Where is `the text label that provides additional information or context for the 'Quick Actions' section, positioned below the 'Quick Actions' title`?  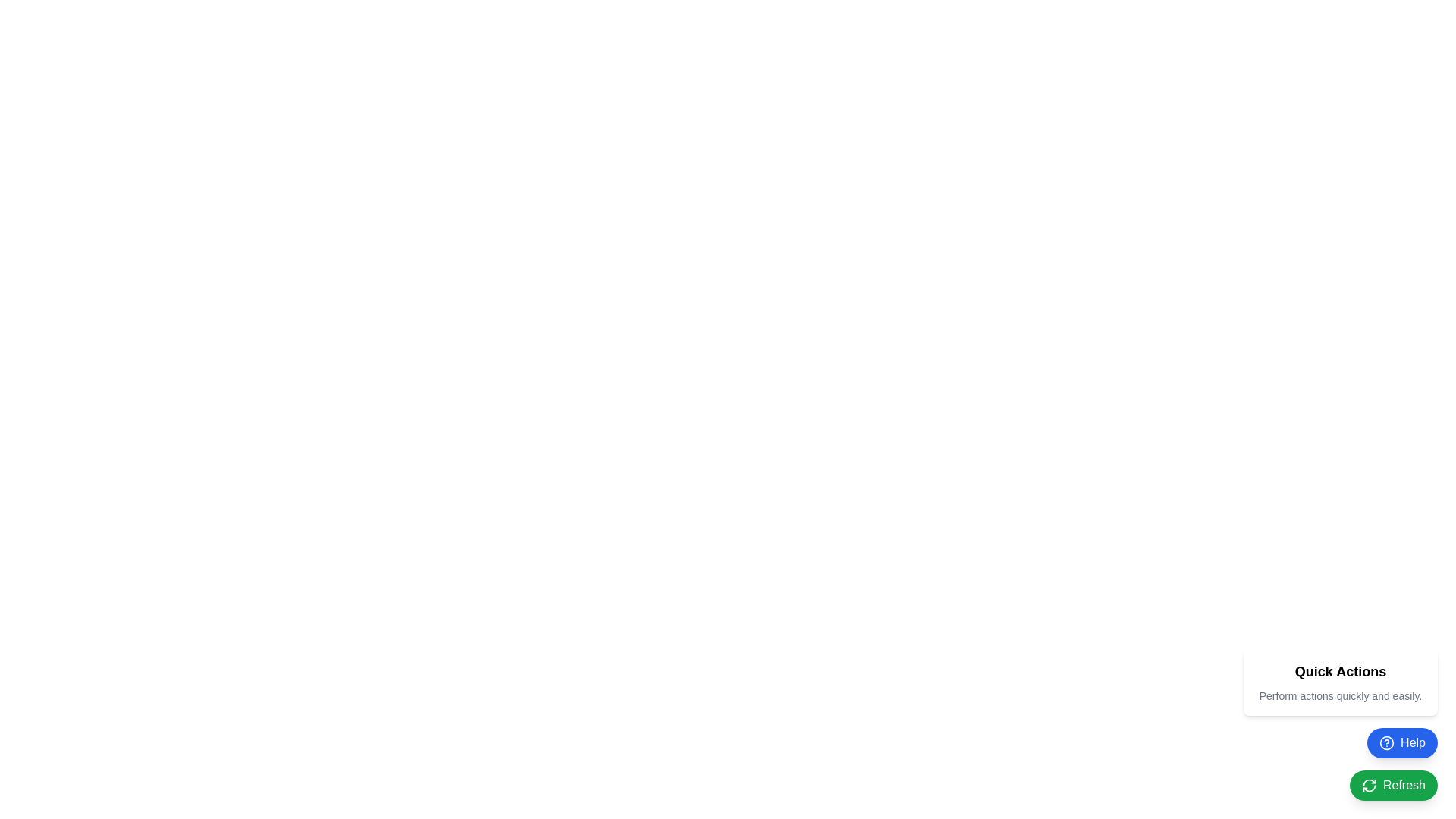
the text label that provides additional information or context for the 'Quick Actions' section, positioned below the 'Quick Actions' title is located at coordinates (1340, 696).